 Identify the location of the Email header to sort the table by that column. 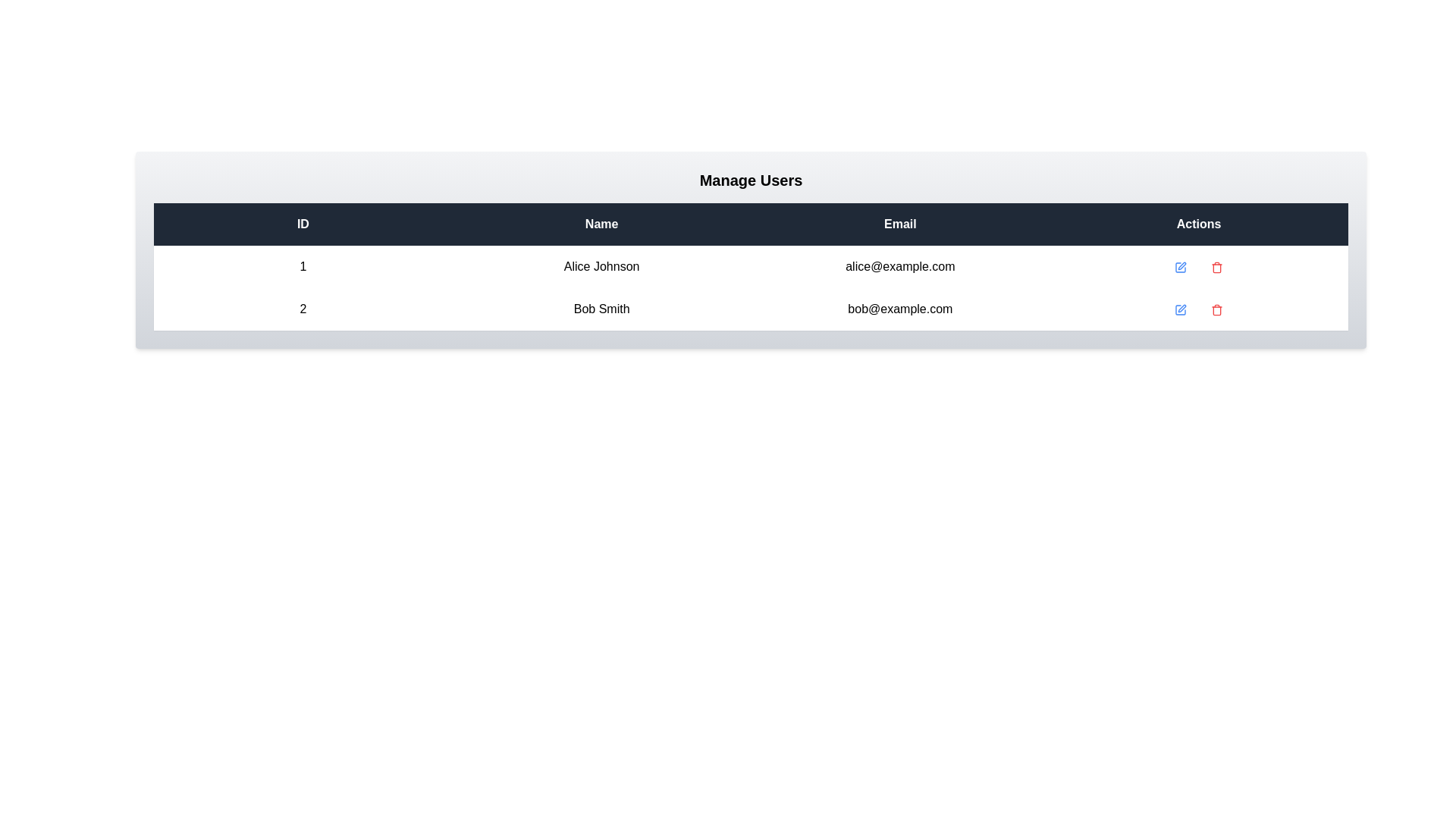
(900, 224).